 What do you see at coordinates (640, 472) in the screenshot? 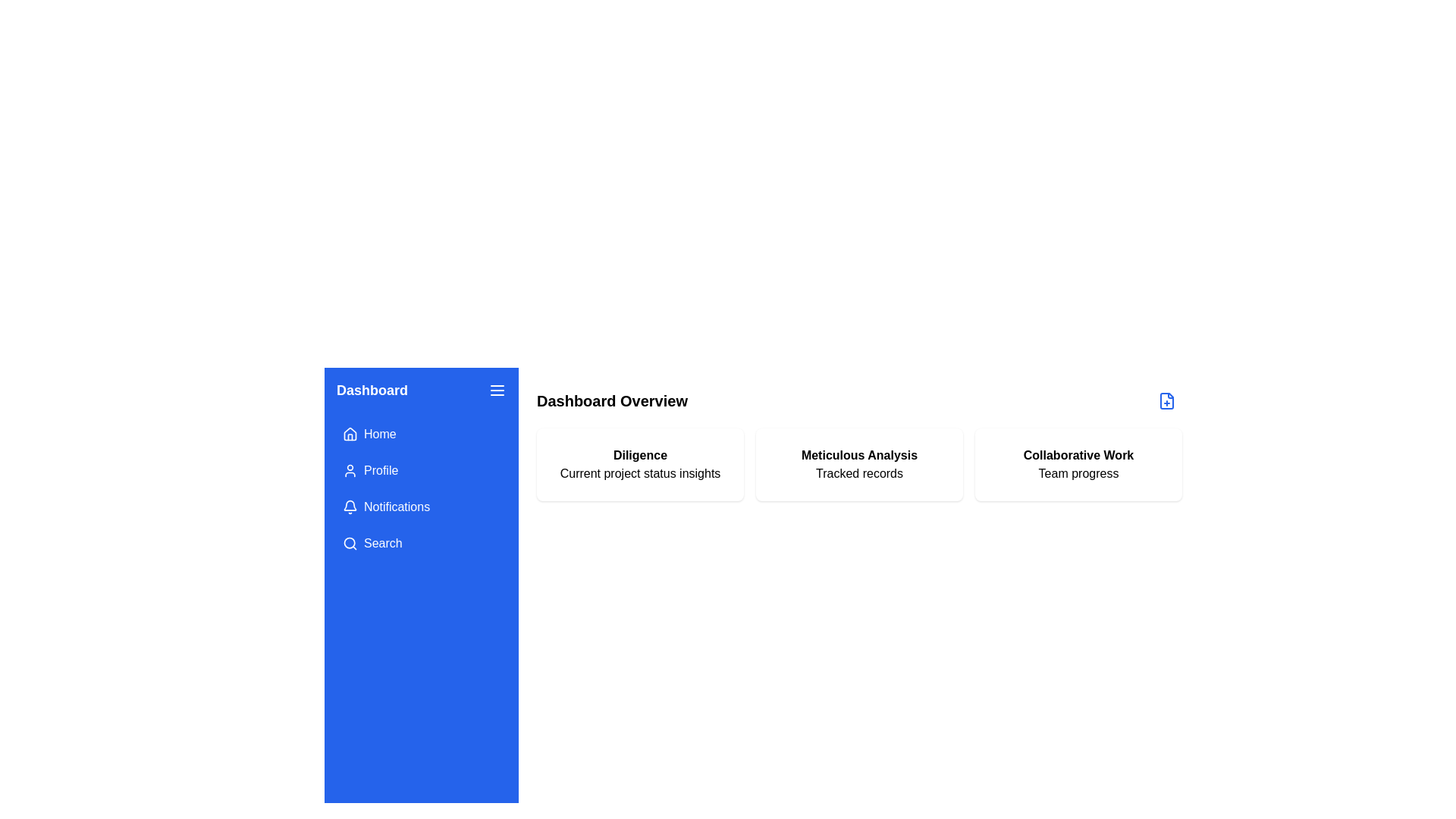
I see `the text label providing insights related to the title 'Diligence', which is located within the rectangular white card titled 'Diligence' and is positioned below the bolded text 'Diligence'` at bounding box center [640, 472].